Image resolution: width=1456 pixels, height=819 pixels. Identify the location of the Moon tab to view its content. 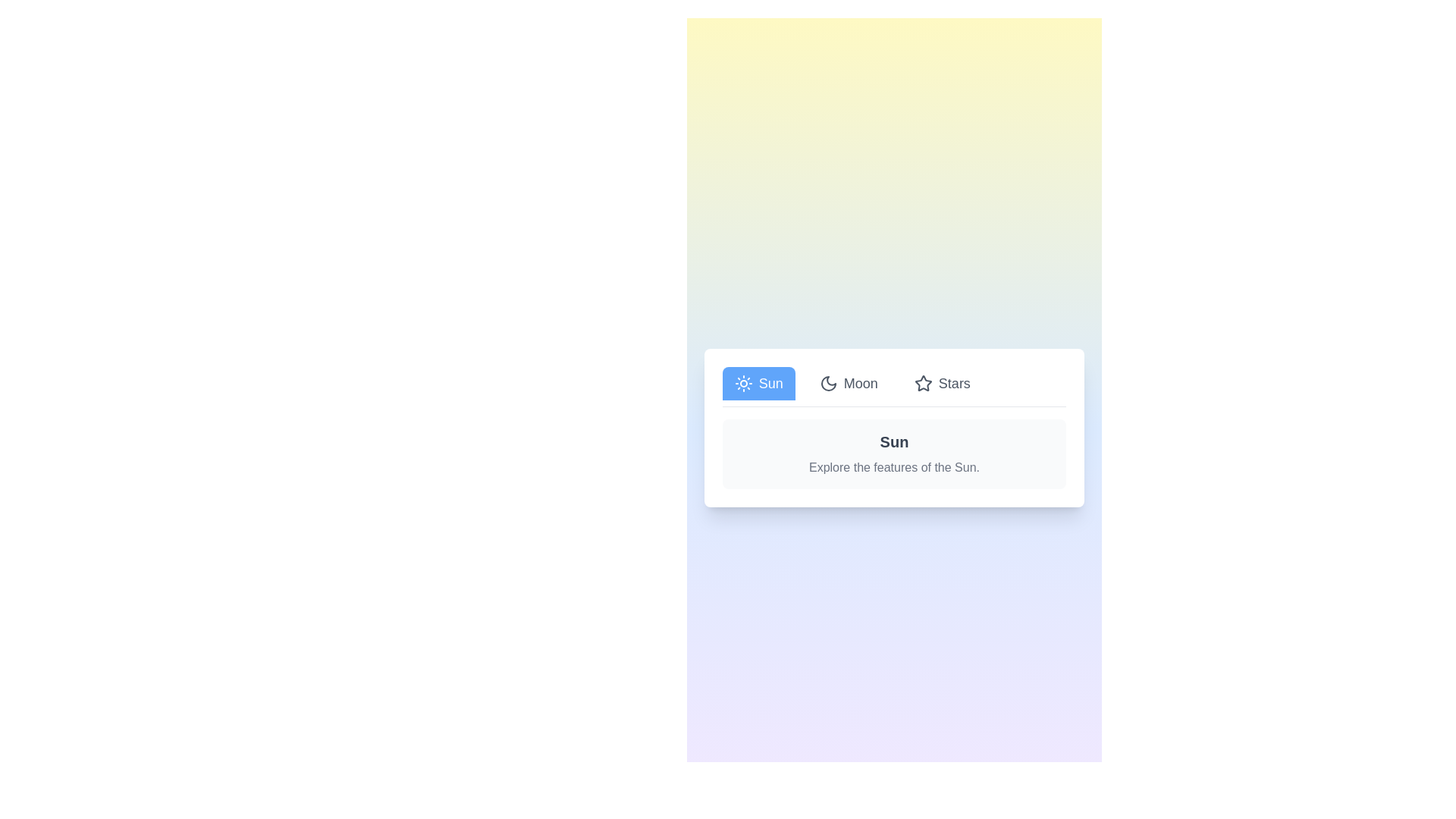
(848, 382).